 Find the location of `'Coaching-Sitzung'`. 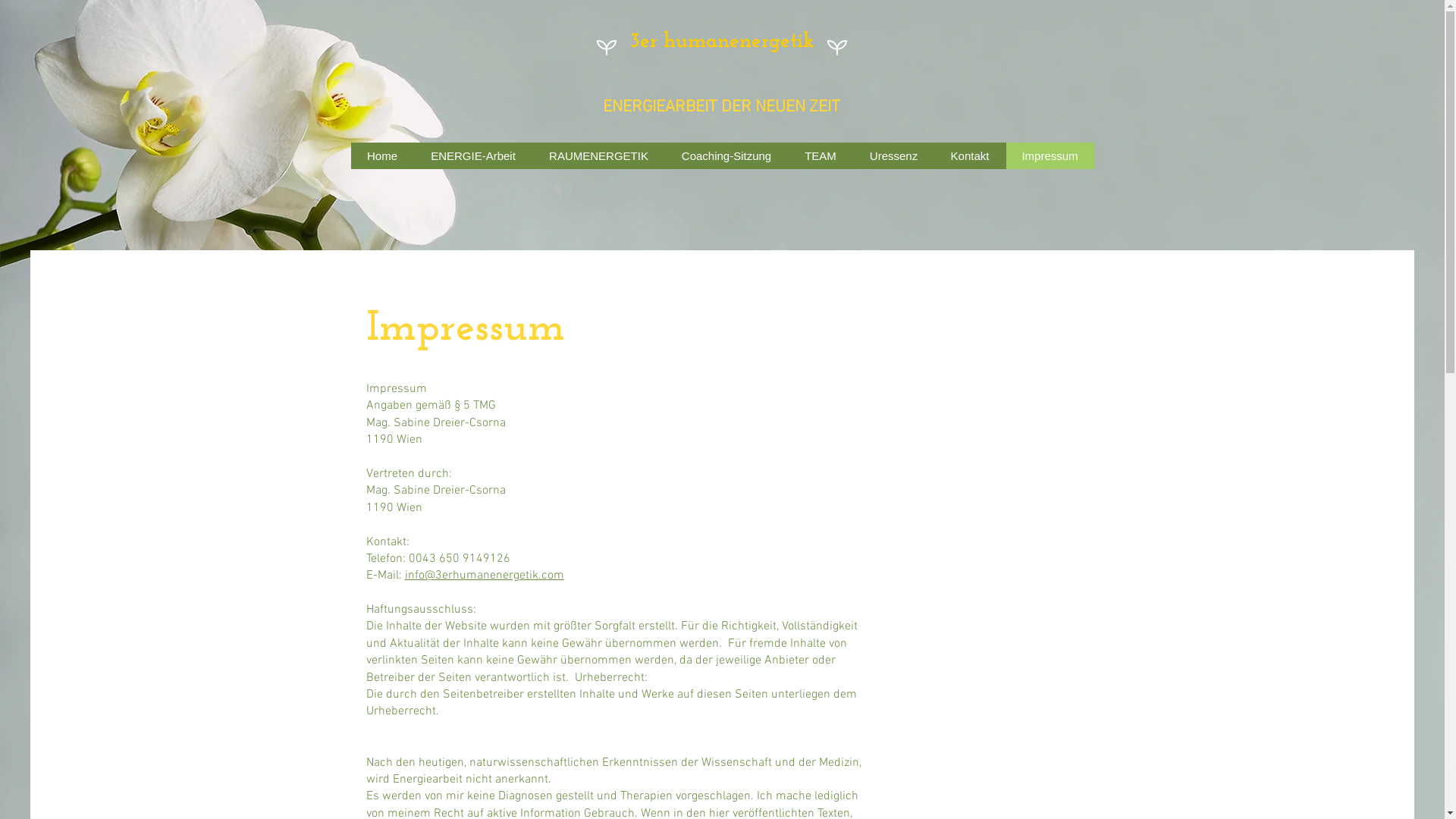

'Coaching-Sitzung' is located at coordinates (724, 155).